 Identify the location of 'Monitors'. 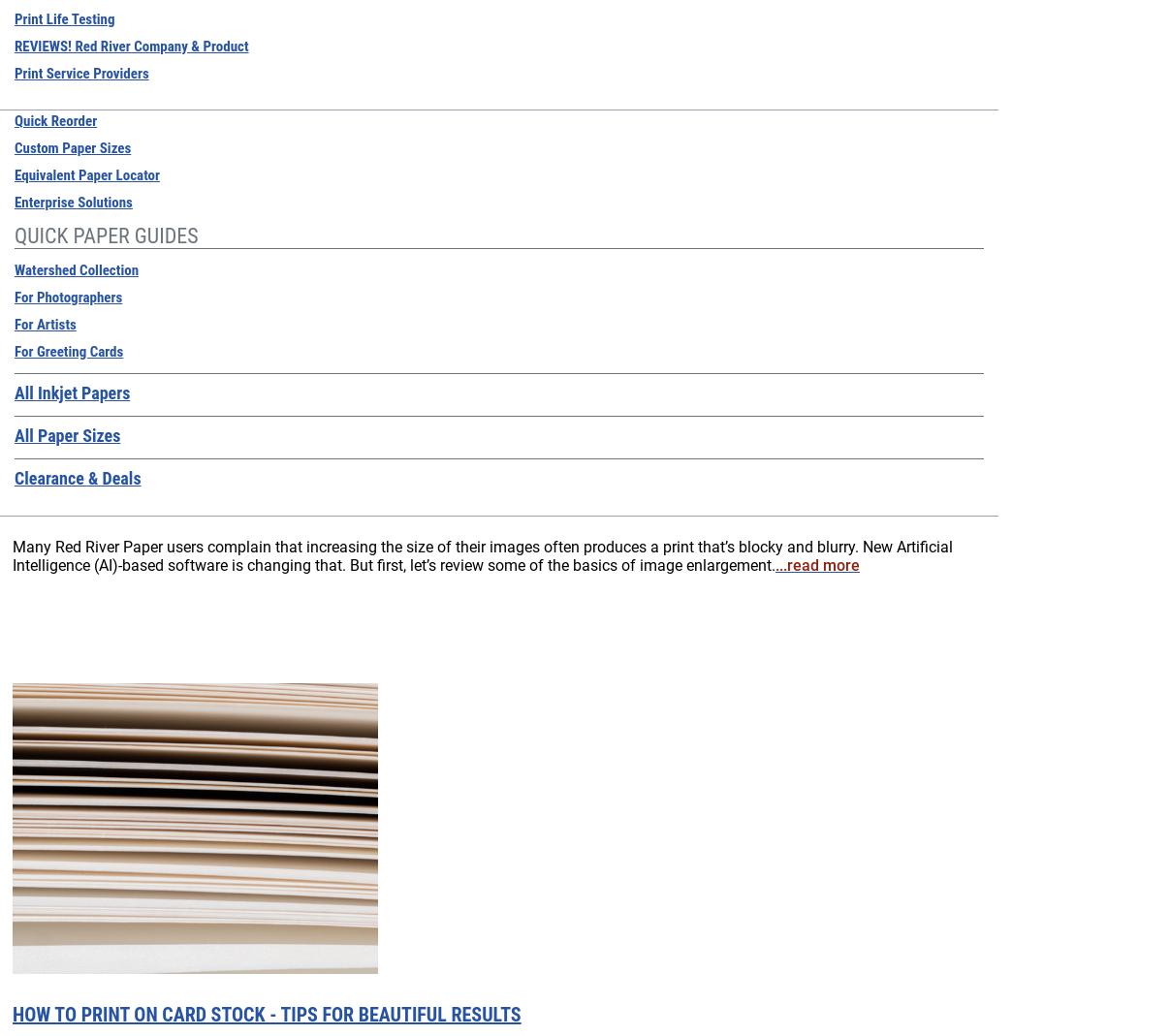
(89, 46).